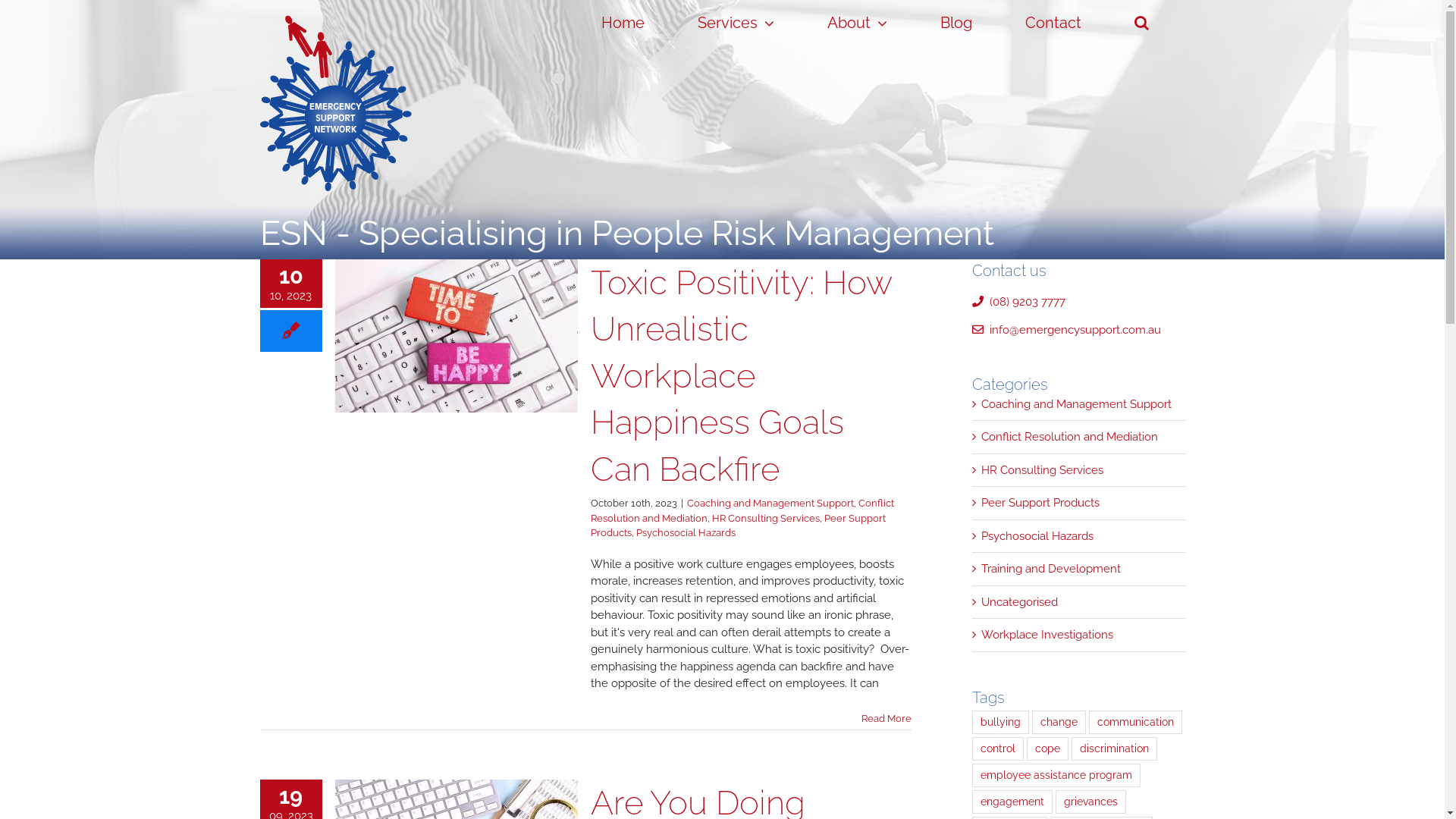 This screenshot has width=1456, height=819. Describe the element at coordinates (981, 437) in the screenshot. I see `'Conflict Resolution and Mediation'` at that location.